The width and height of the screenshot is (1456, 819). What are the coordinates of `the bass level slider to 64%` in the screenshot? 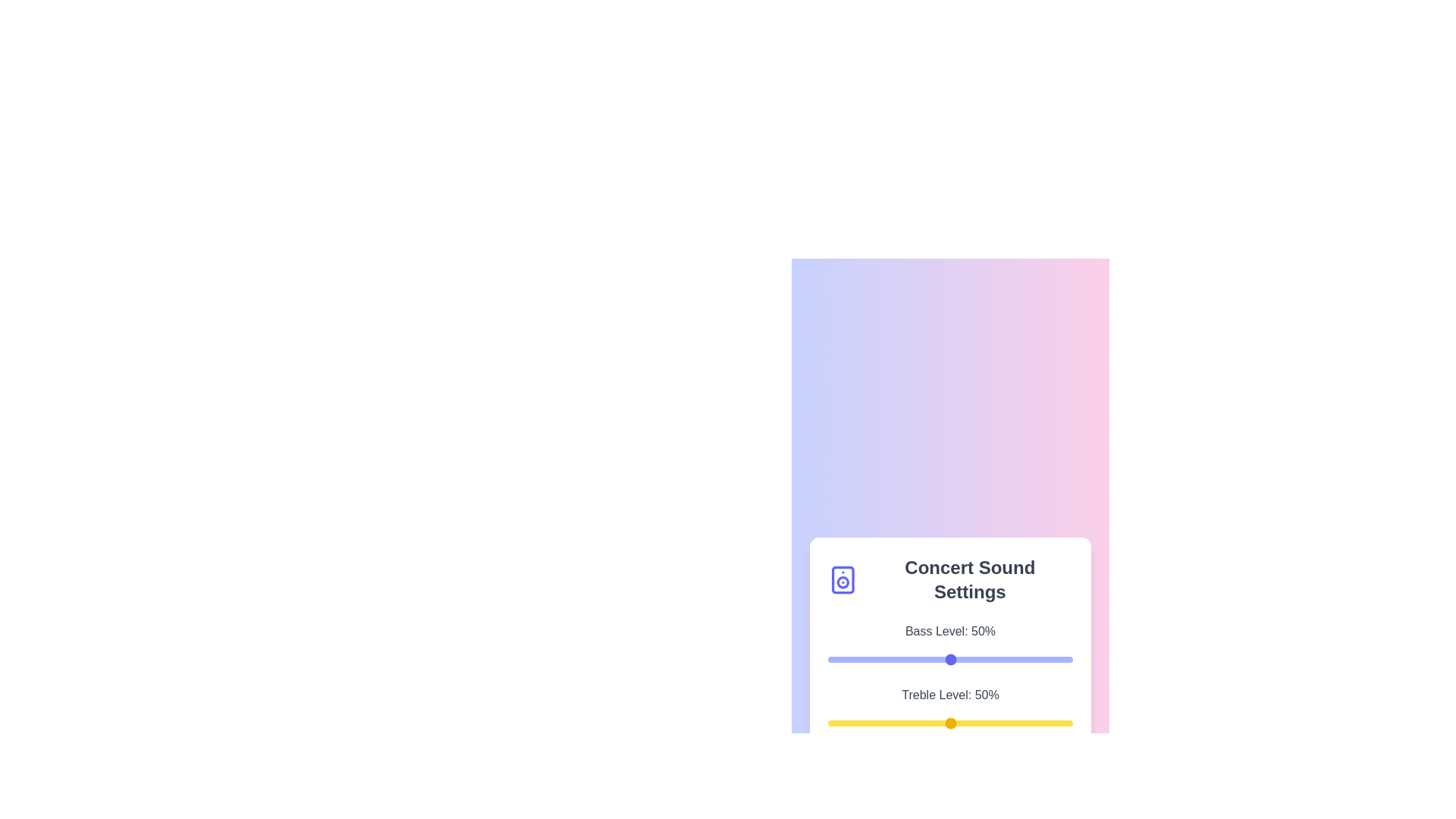 It's located at (984, 659).